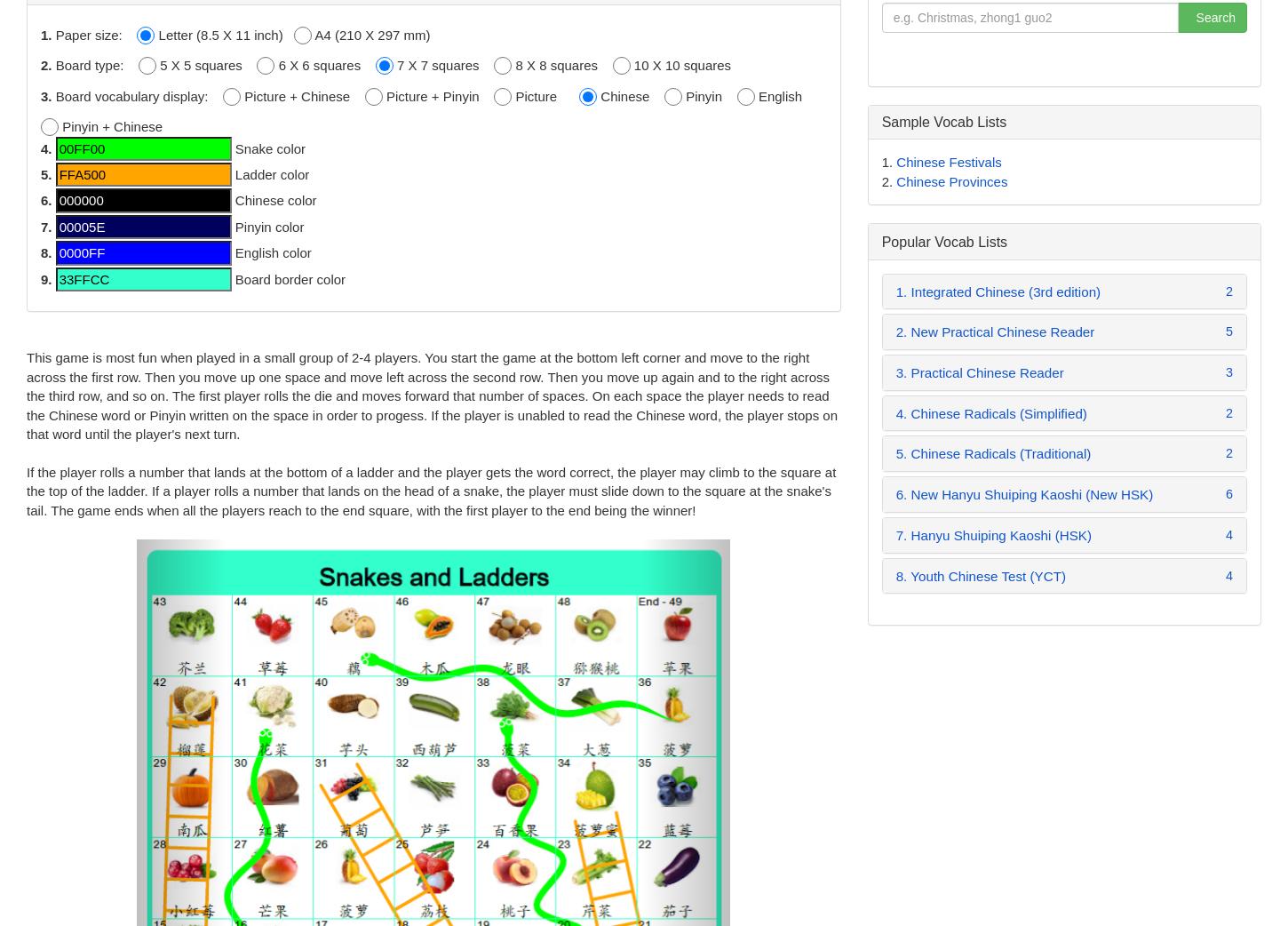  I want to click on '6. New Hanyu Shuiping Kaoshi (New HSK)', so click(1023, 493).